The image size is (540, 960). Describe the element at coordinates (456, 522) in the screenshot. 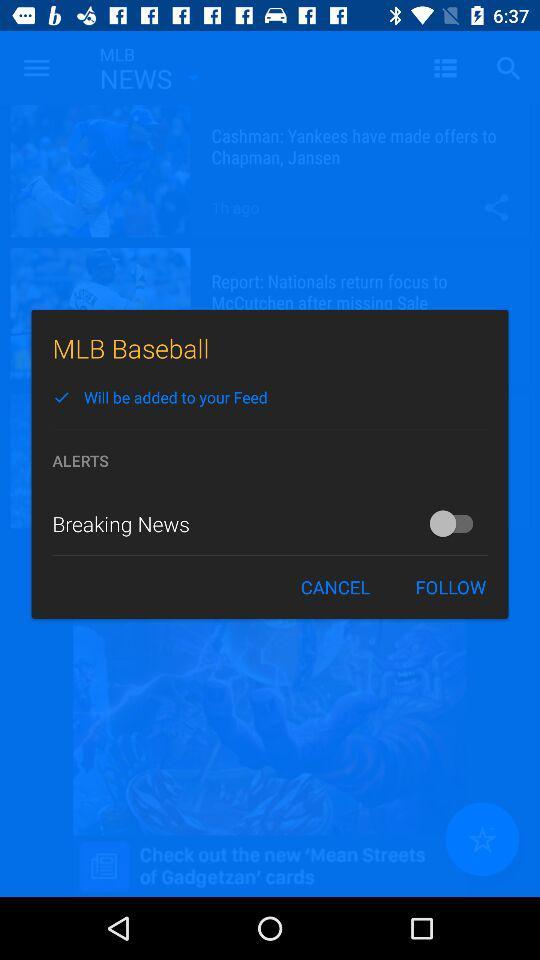

I see `autoplay option` at that location.